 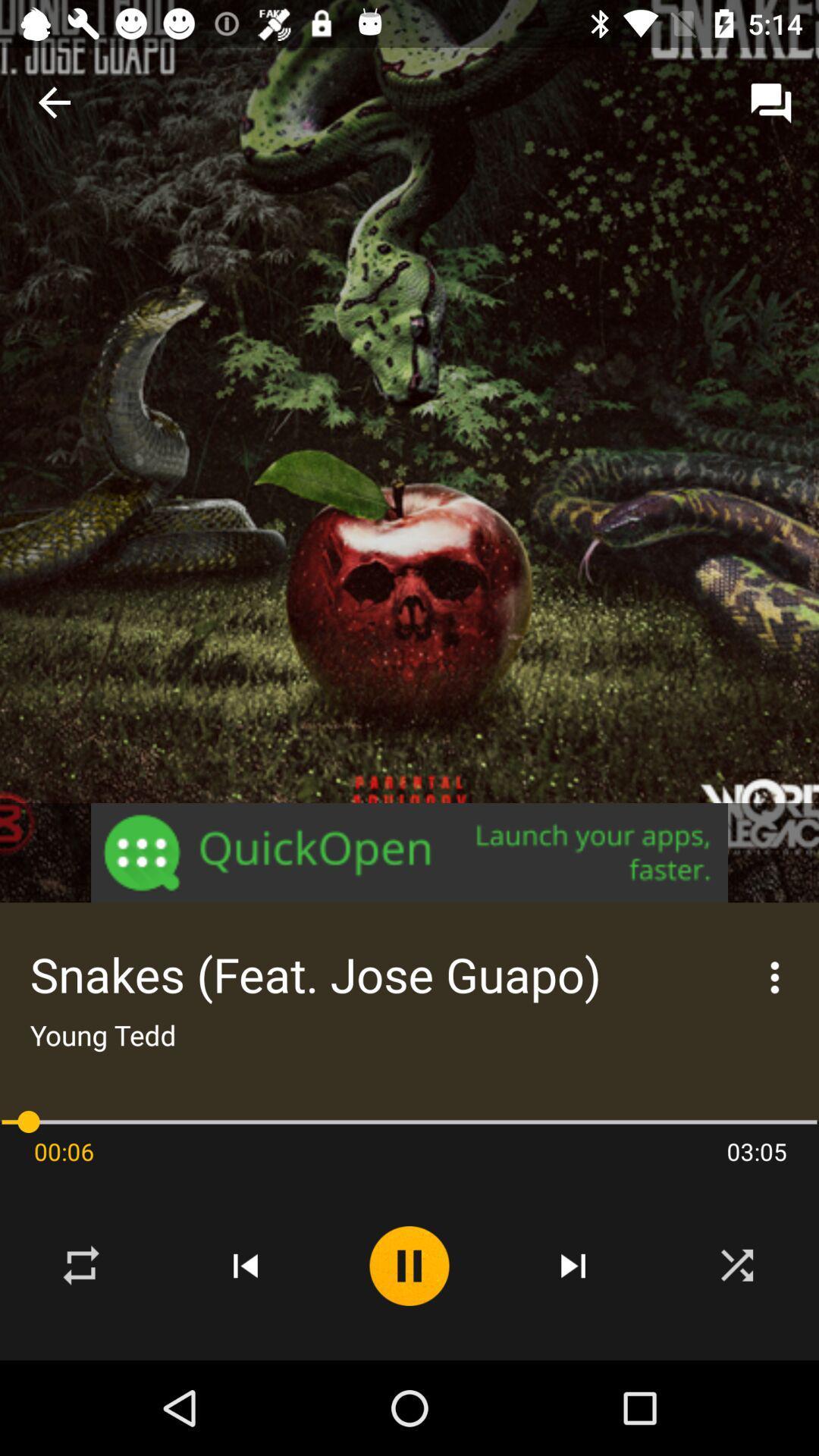 I want to click on the skip_next icon, so click(x=573, y=1266).